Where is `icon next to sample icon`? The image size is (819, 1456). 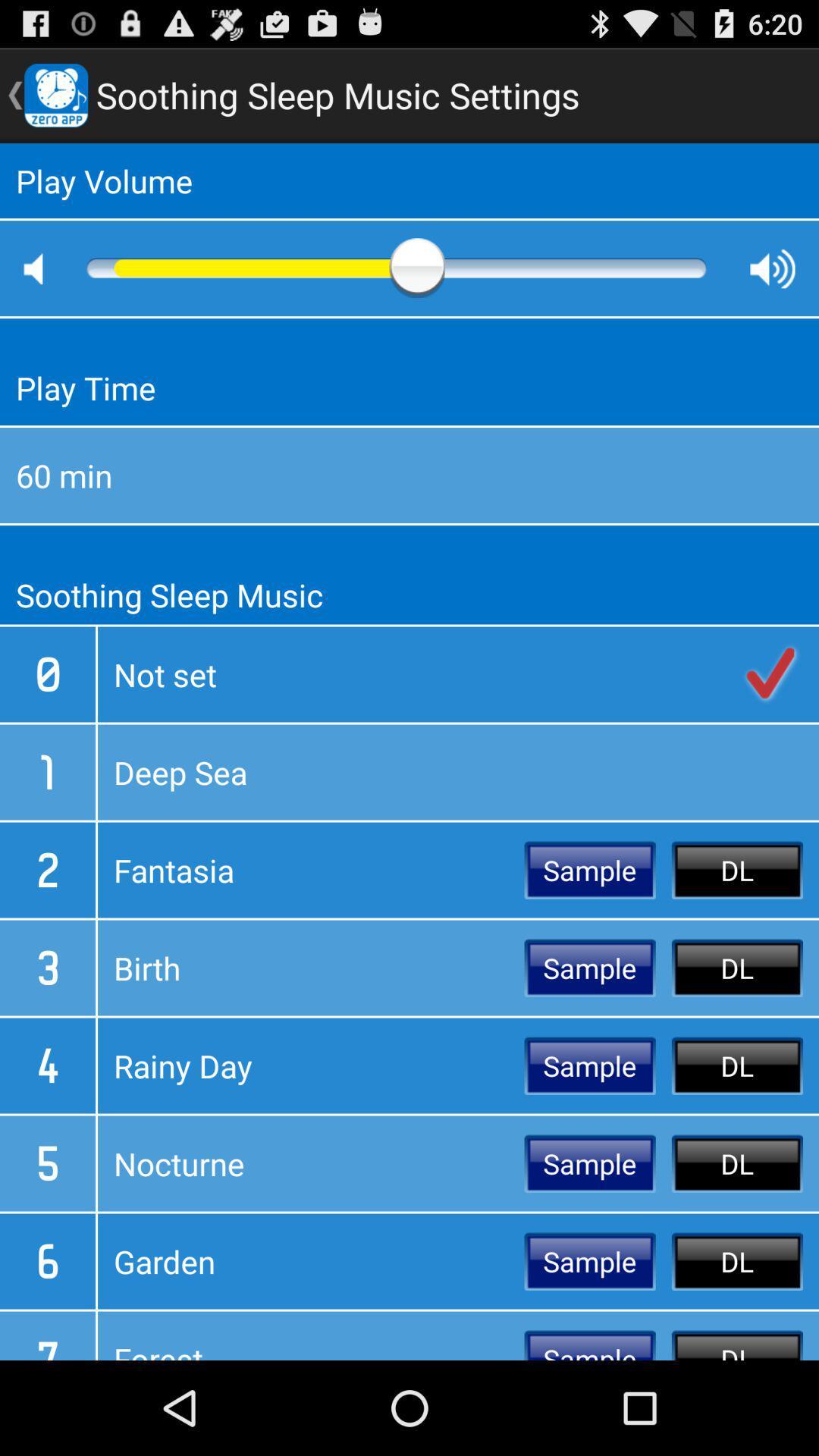 icon next to sample icon is located at coordinates (310, 1261).